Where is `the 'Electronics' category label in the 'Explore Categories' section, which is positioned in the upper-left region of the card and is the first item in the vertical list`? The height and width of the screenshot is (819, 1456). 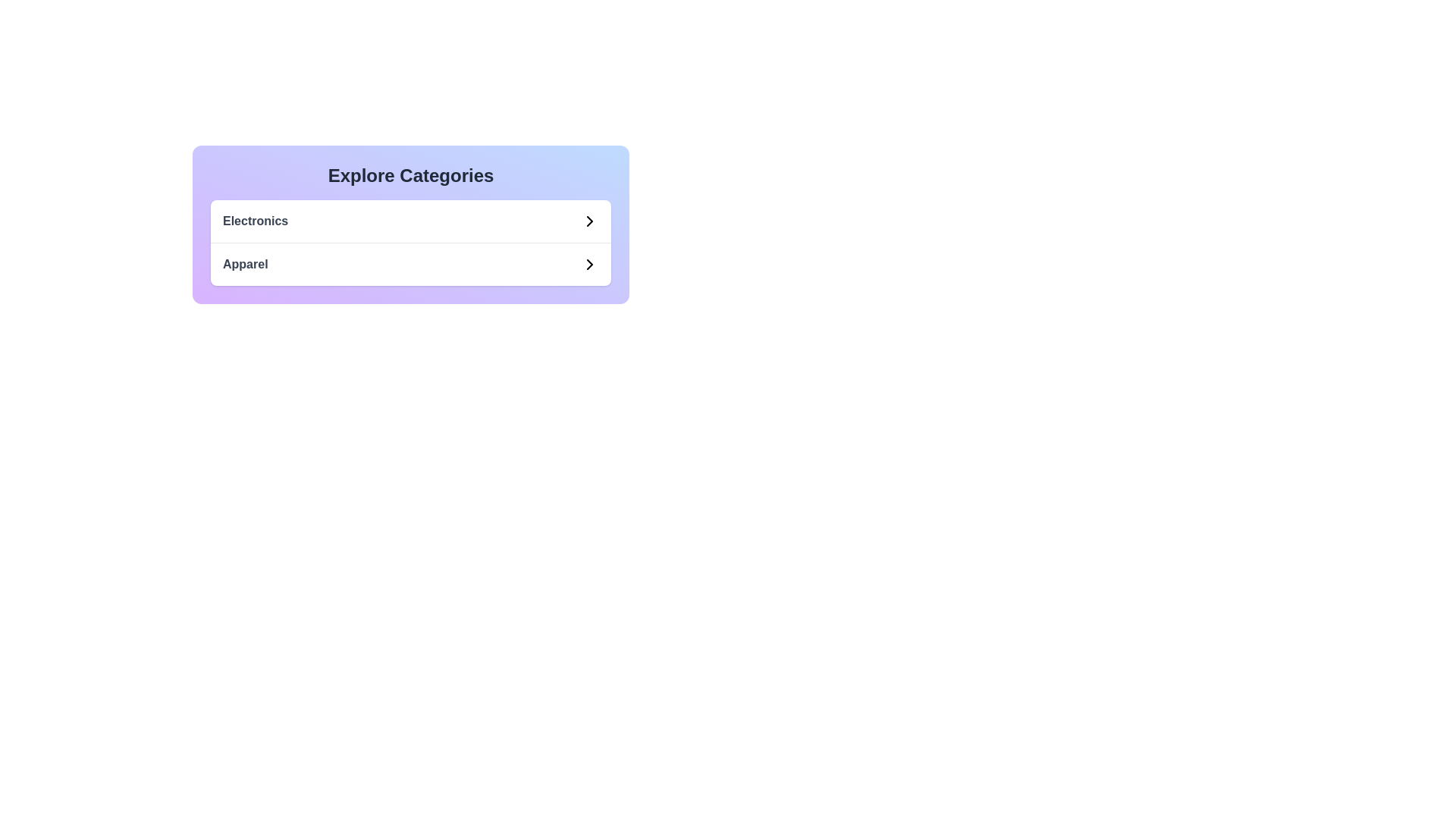 the 'Electronics' category label in the 'Explore Categories' section, which is positioned in the upper-left region of the card and is the first item in the vertical list is located at coordinates (256, 221).